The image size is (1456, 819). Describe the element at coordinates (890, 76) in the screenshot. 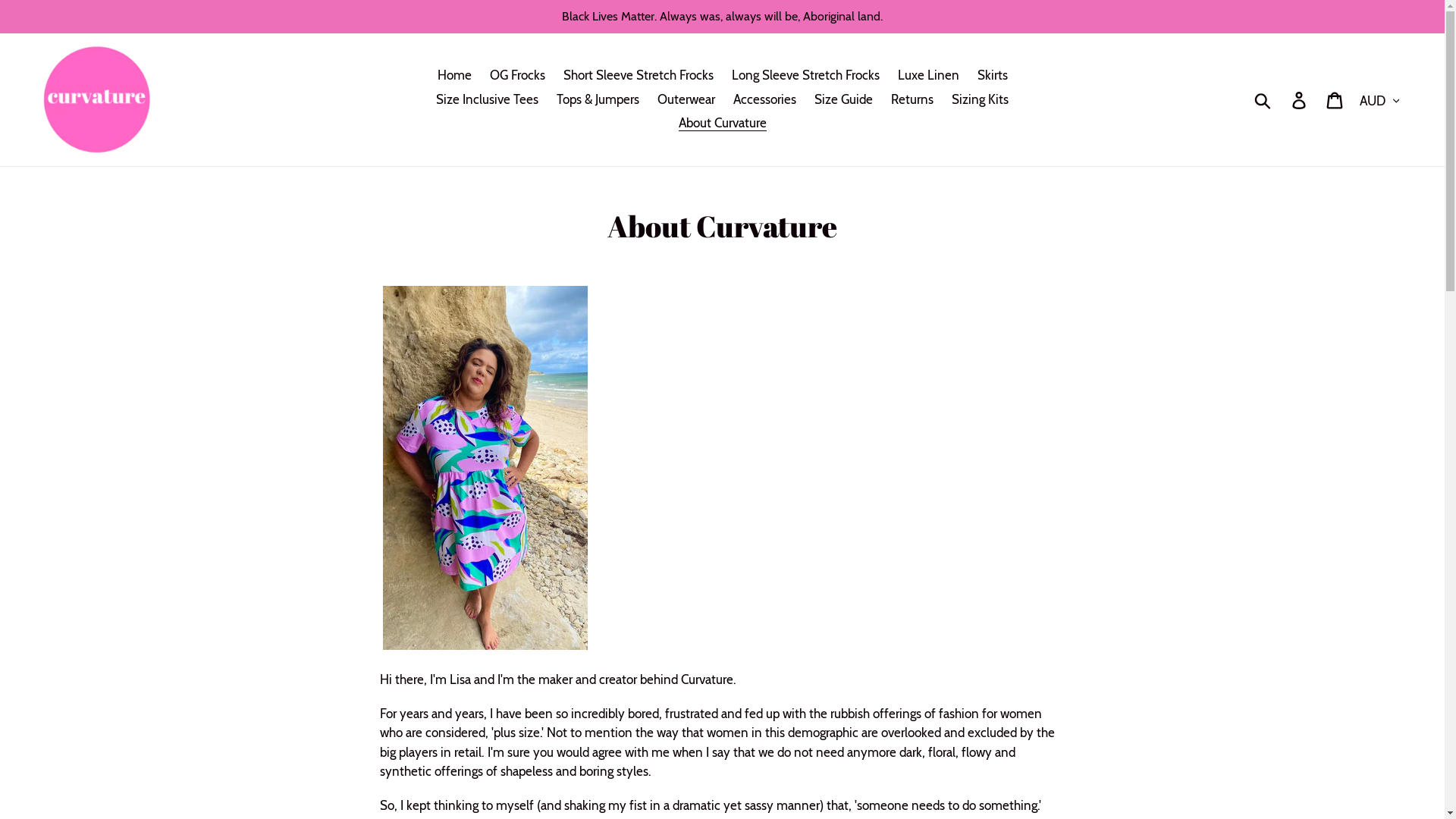

I see `'Luxe Linen'` at that location.